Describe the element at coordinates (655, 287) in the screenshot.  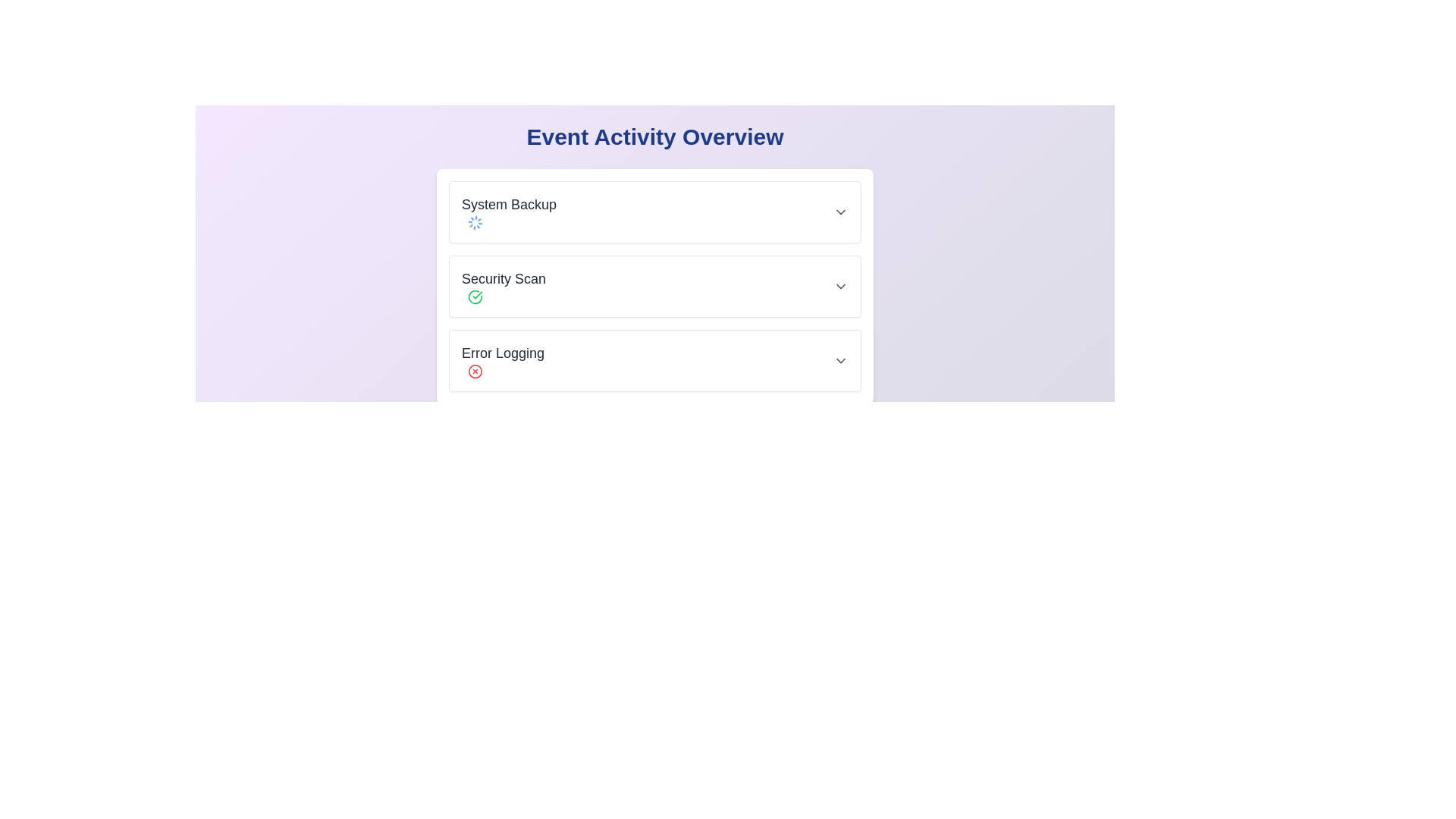
I see `the Toggleable dropdown row with status indicator for 'Security Scan'` at that location.